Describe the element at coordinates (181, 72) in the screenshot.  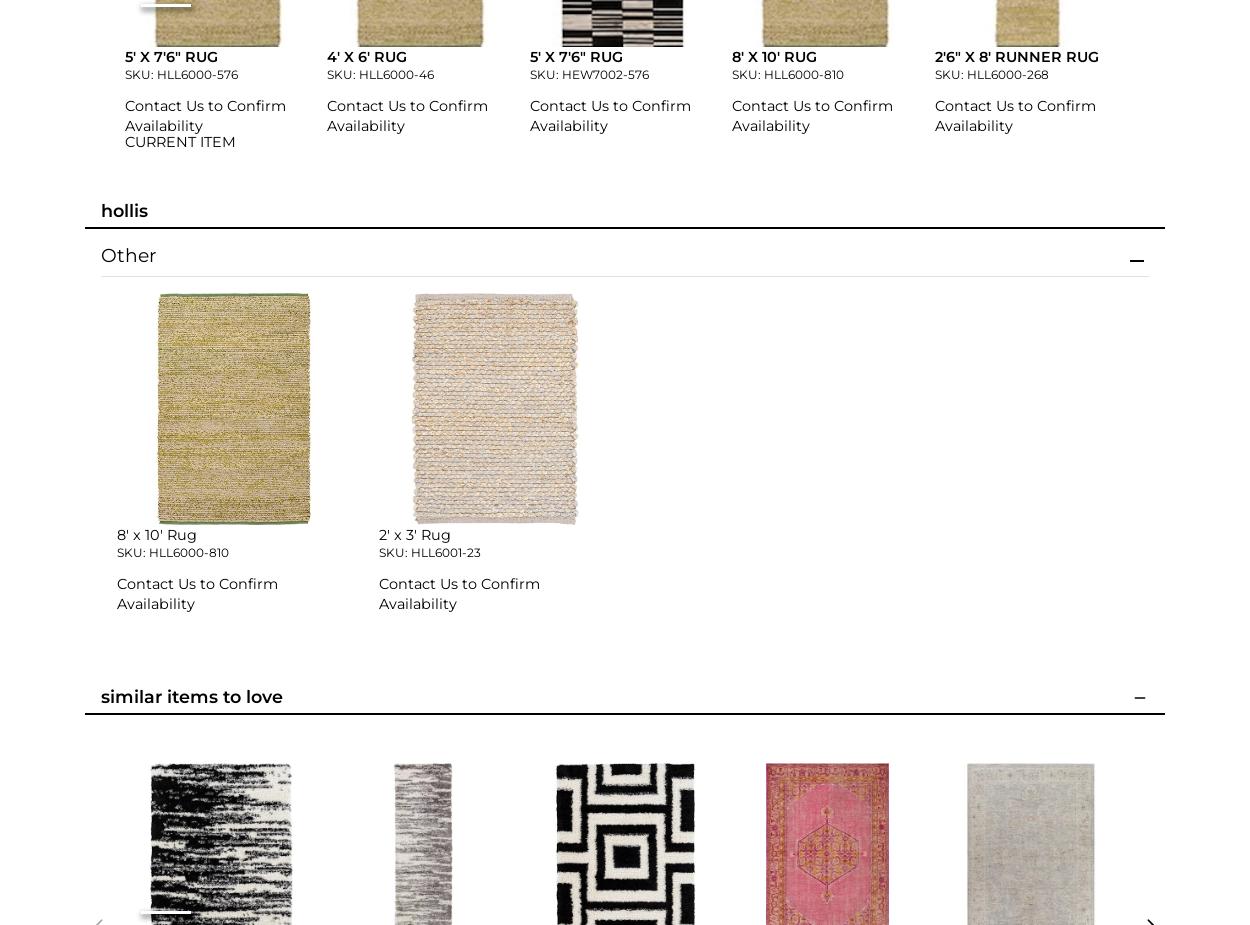
I see `'SKU: HLL6000-576'` at that location.